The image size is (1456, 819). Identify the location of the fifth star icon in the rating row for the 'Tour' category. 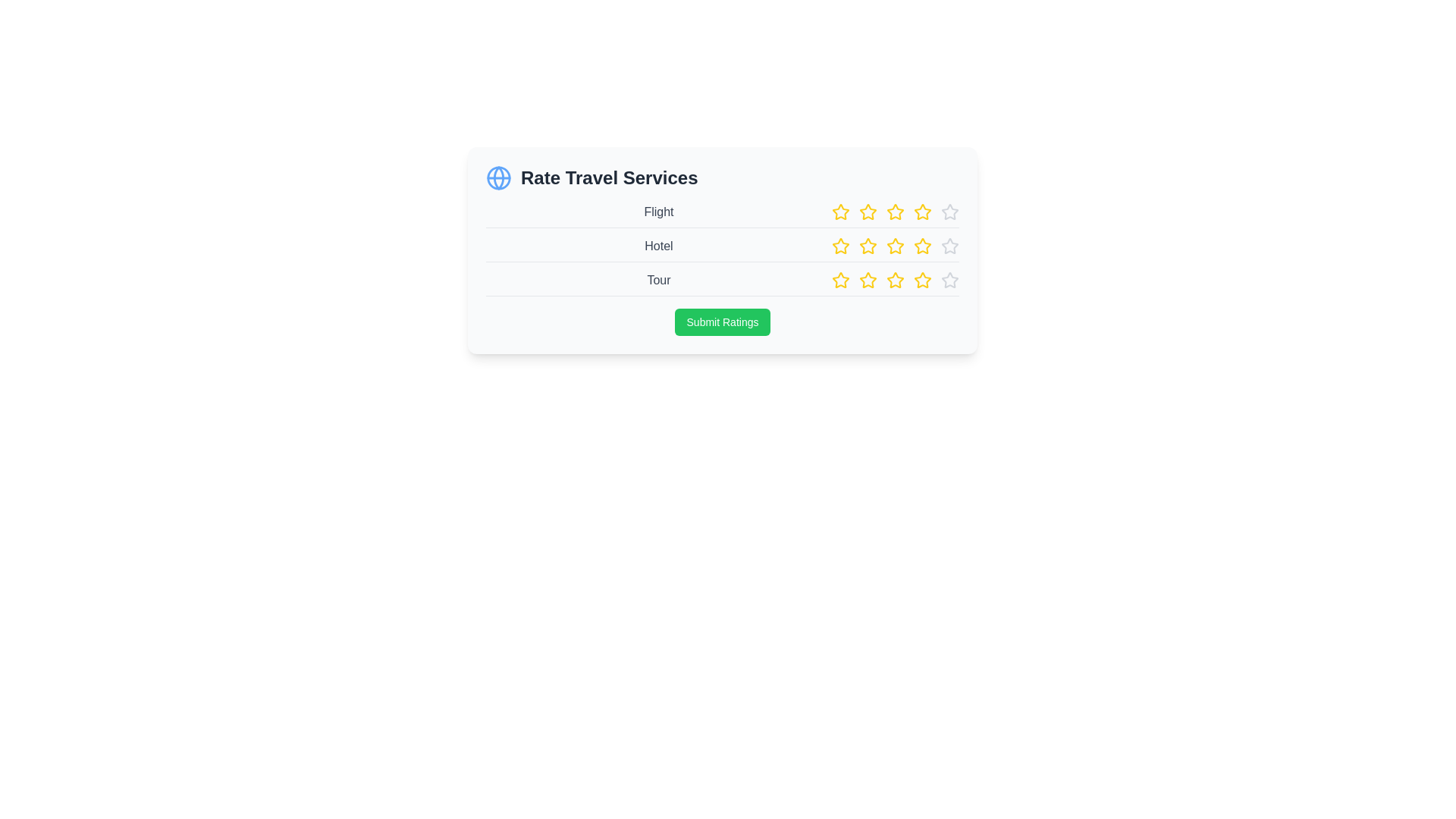
(868, 280).